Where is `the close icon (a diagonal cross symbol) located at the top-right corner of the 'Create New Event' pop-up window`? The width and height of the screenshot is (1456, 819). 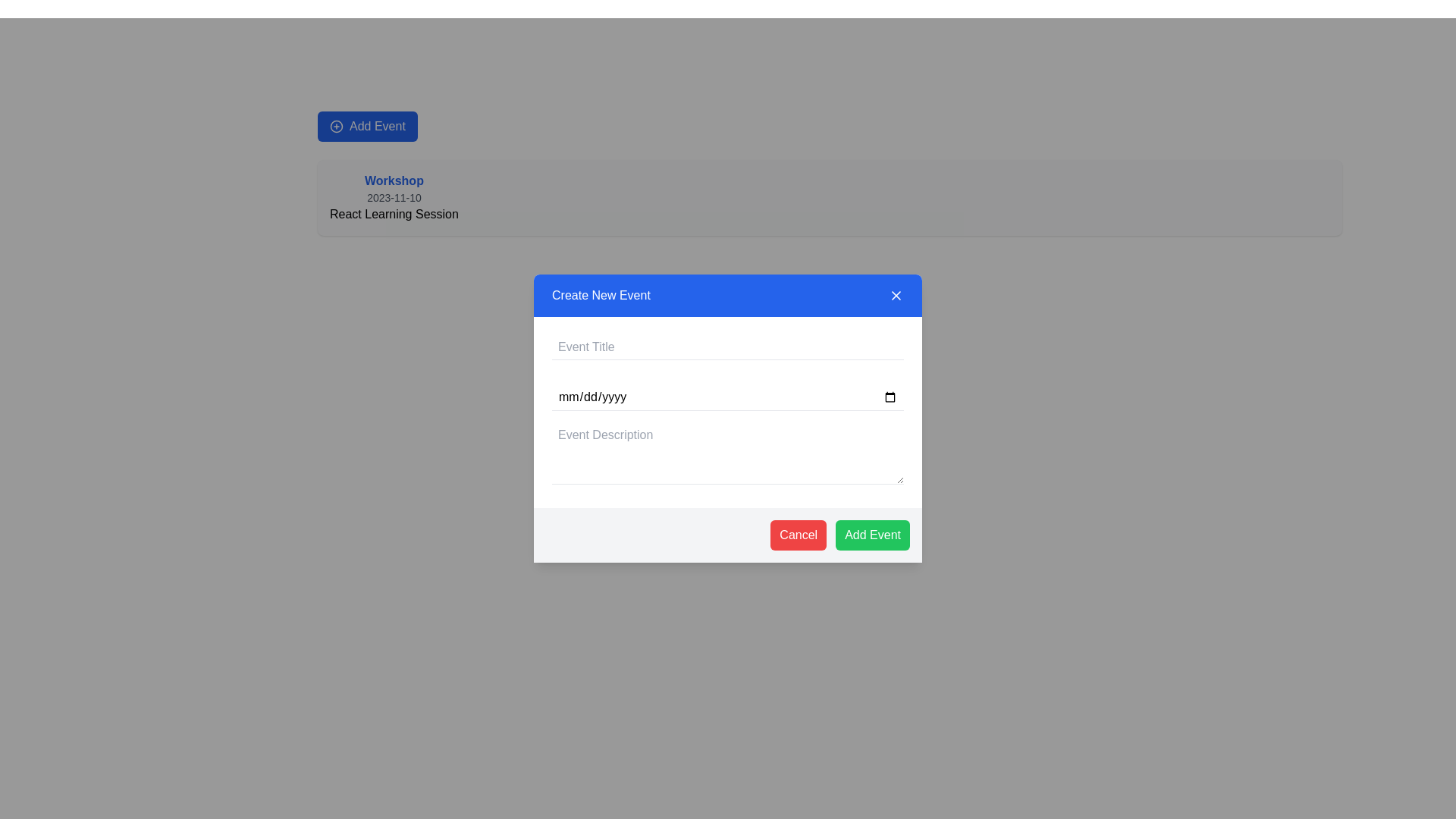
the close icon (a diagonal cross symbol) located at the top-right corner of the 'Create New Event' pop-up window is located at coordinates (896, 295).